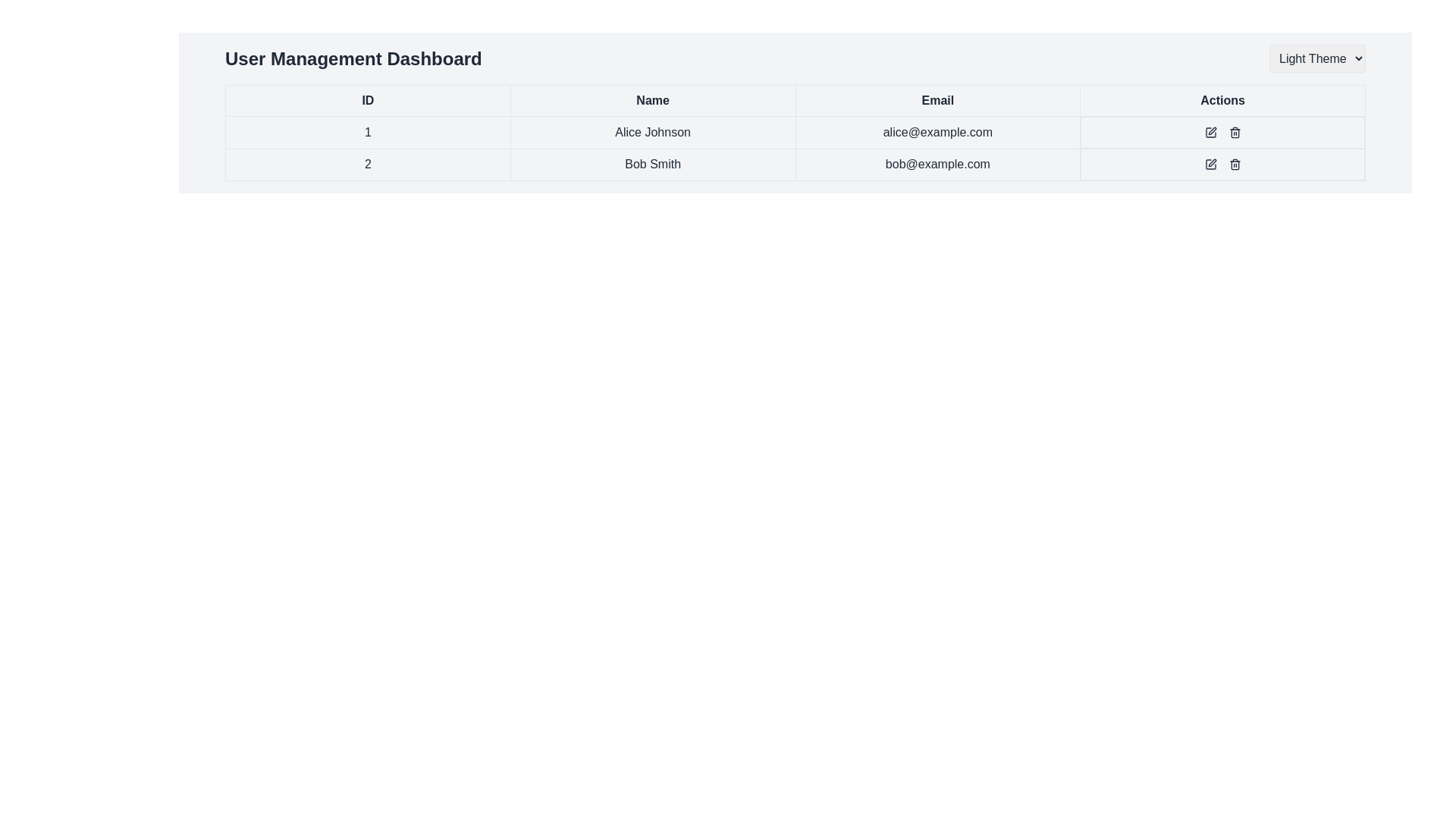  I want to click on the edit icon in the 'Actions' column of the user row for 'Bob Smith', so click(1211, 163).